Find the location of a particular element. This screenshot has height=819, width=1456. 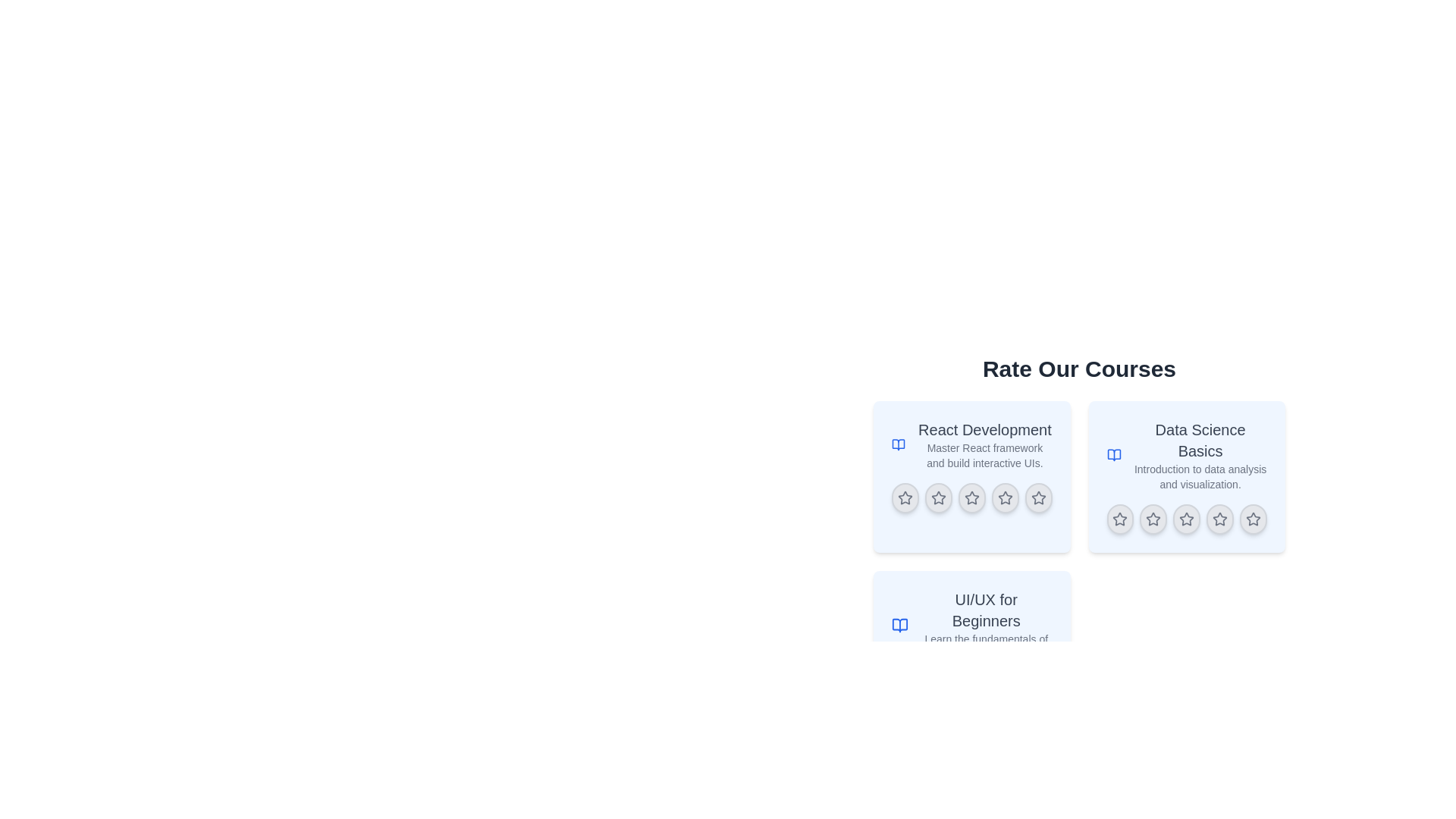

the first star icon in the rating bar below the 'React Development' course tile is located at coordinates (905, 497).